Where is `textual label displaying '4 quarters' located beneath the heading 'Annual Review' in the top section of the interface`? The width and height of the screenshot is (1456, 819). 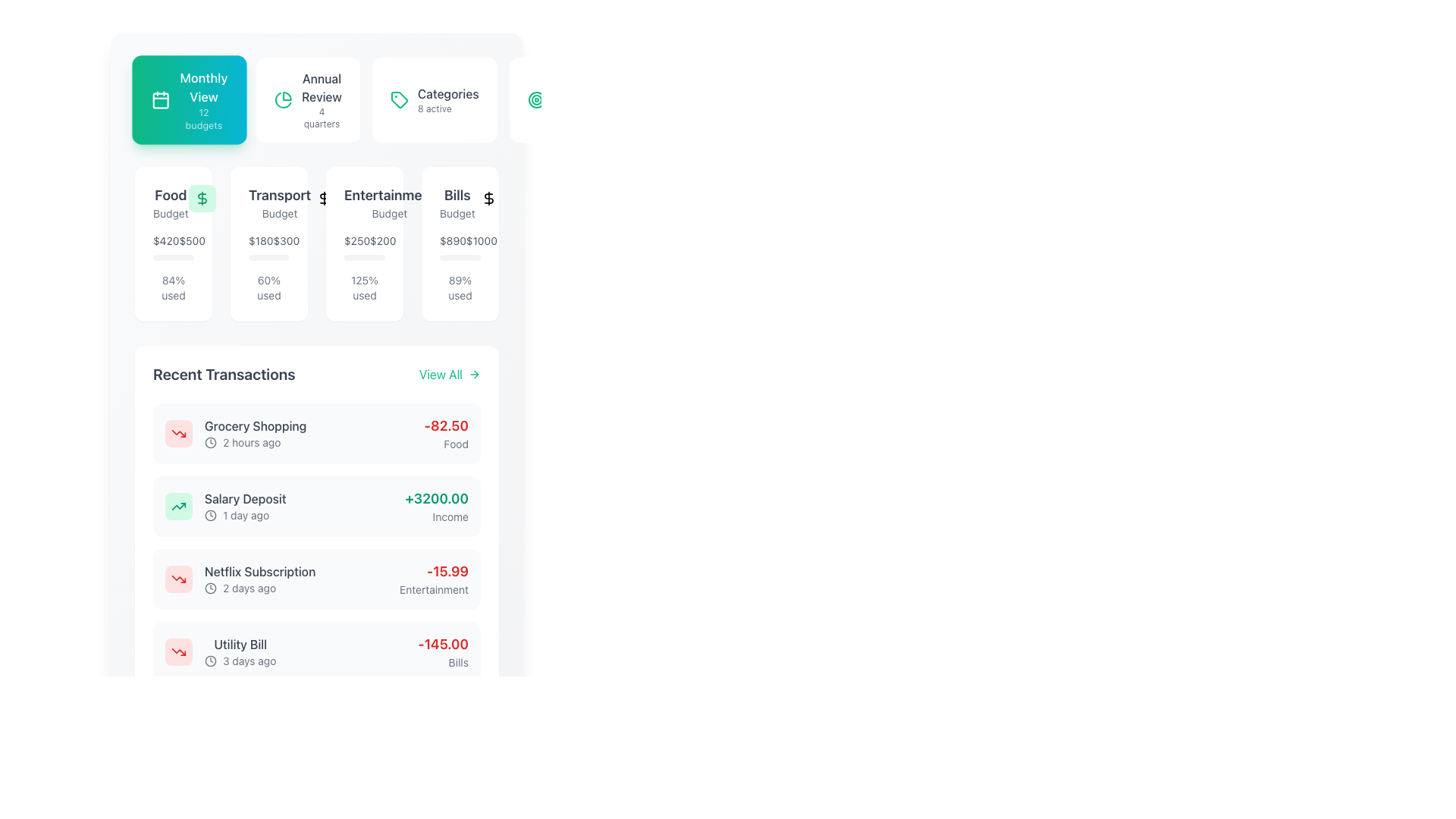 textual label displaying '4 quarters' located beneath the heading 'Annual Review' in the top section of the interface is located at coordinates (321, 117).